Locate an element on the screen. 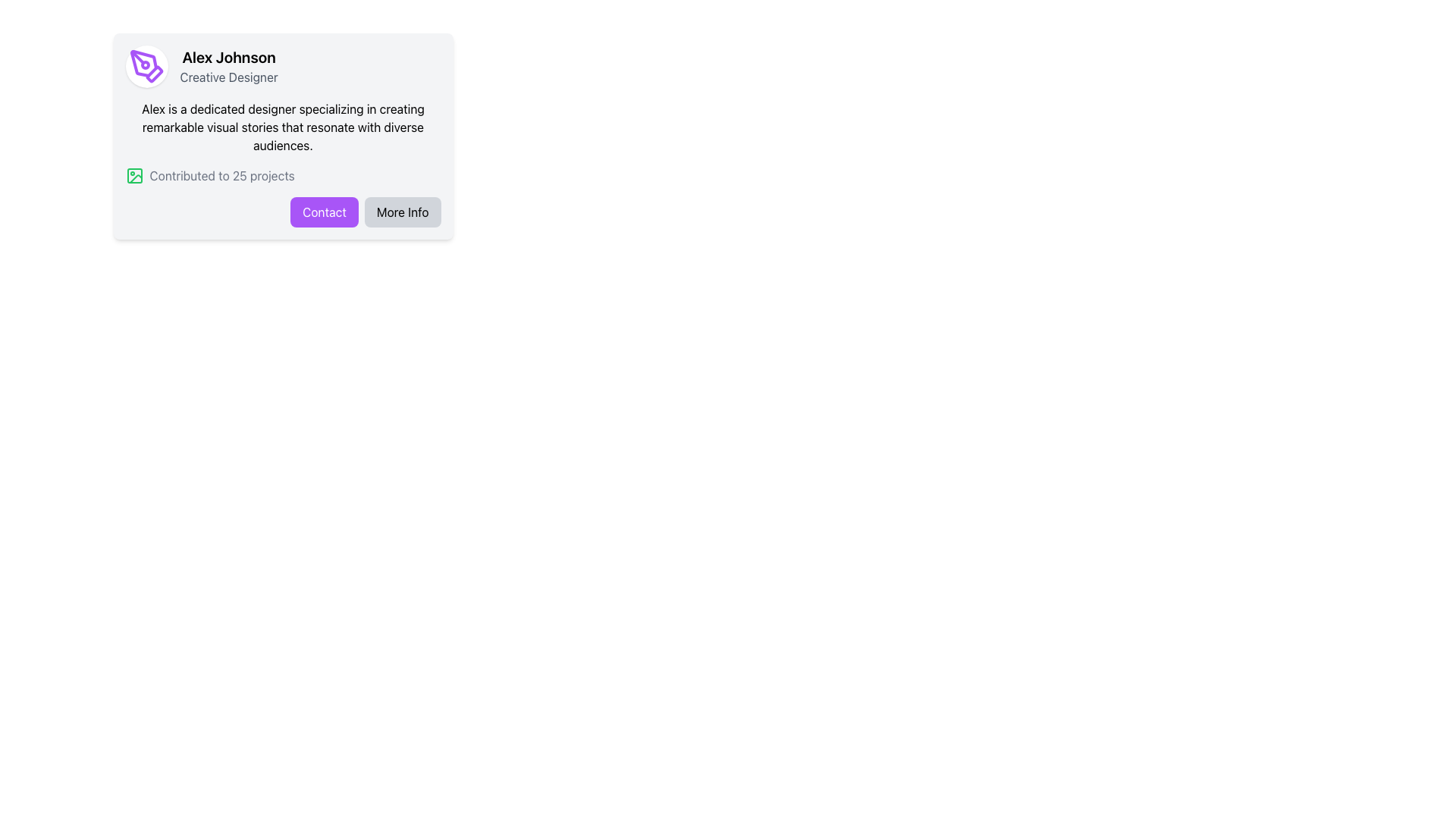 The height and width of the screenshot is (819, 1456). the non-interactive Text Label with Icon that describes the user's contributions, located below the description text block and above the buttons is located at coordinates (283, 174).